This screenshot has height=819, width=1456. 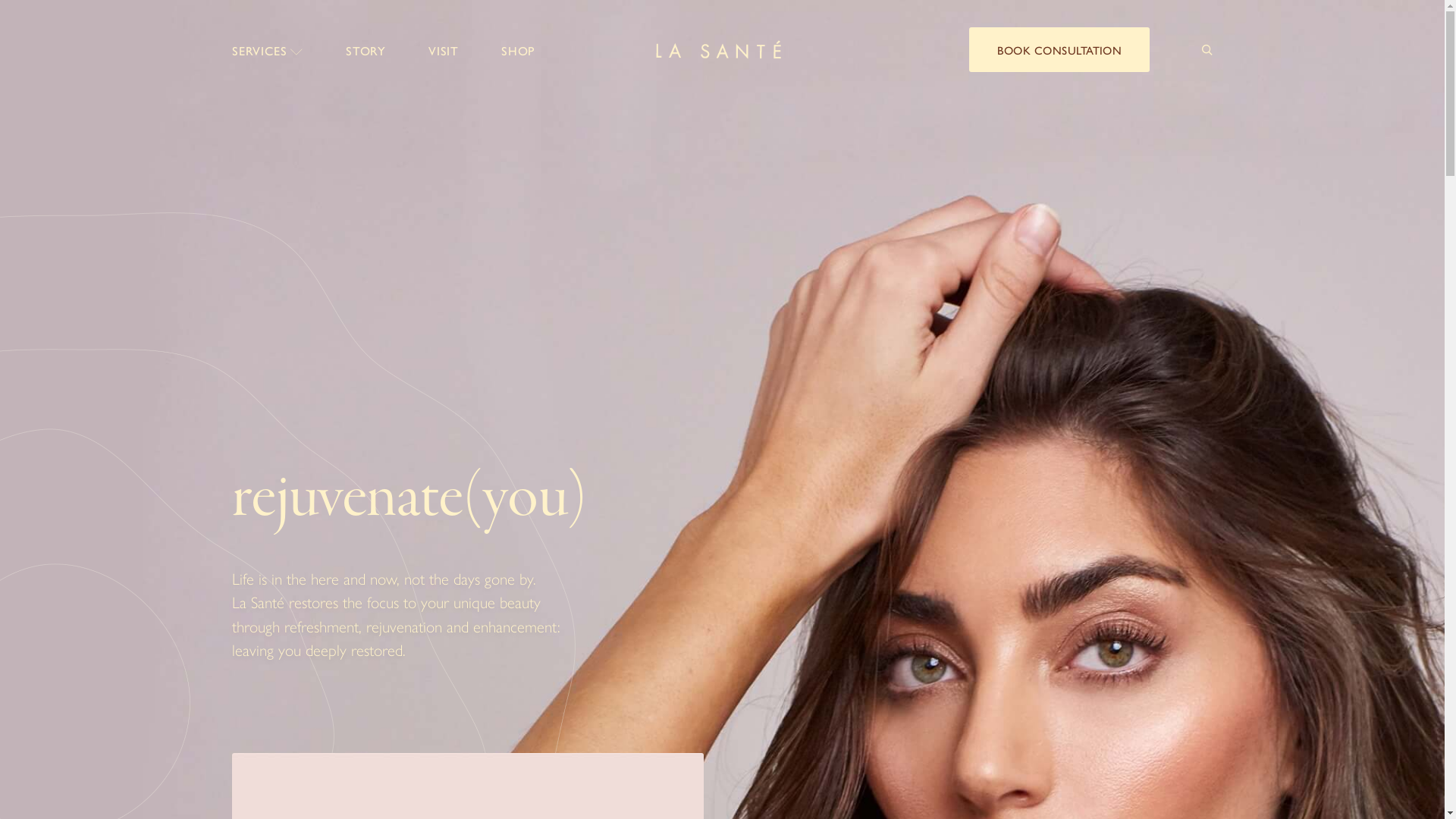 I want to click on 'SERVICES', so click(x=268, y=49).